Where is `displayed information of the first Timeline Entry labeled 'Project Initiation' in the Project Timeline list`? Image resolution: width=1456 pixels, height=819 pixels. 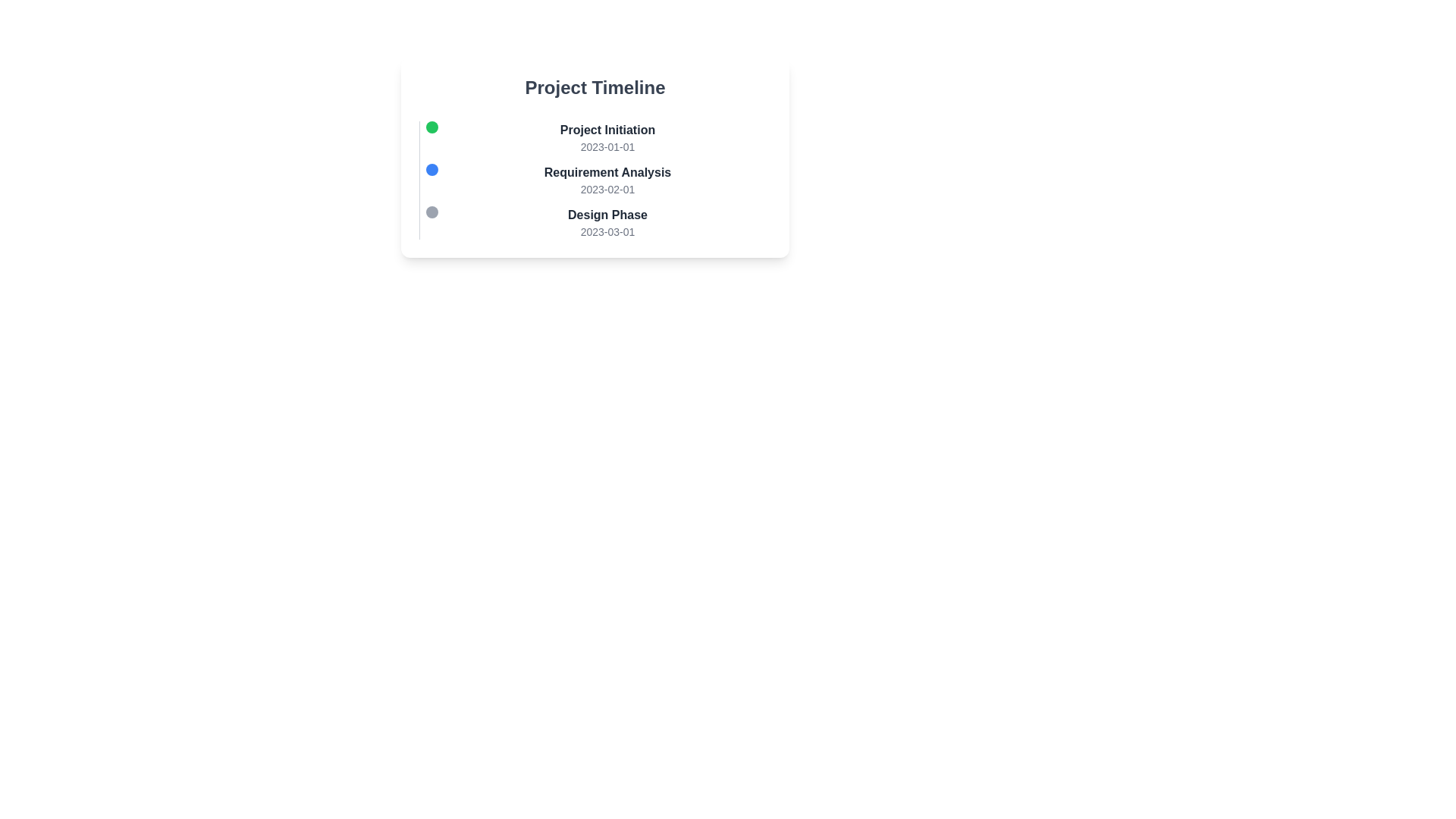 displayed information of the first Timeline Entry labeled 'Project Initiation' in the Project Timeline list is located at coordinates (601, 137).